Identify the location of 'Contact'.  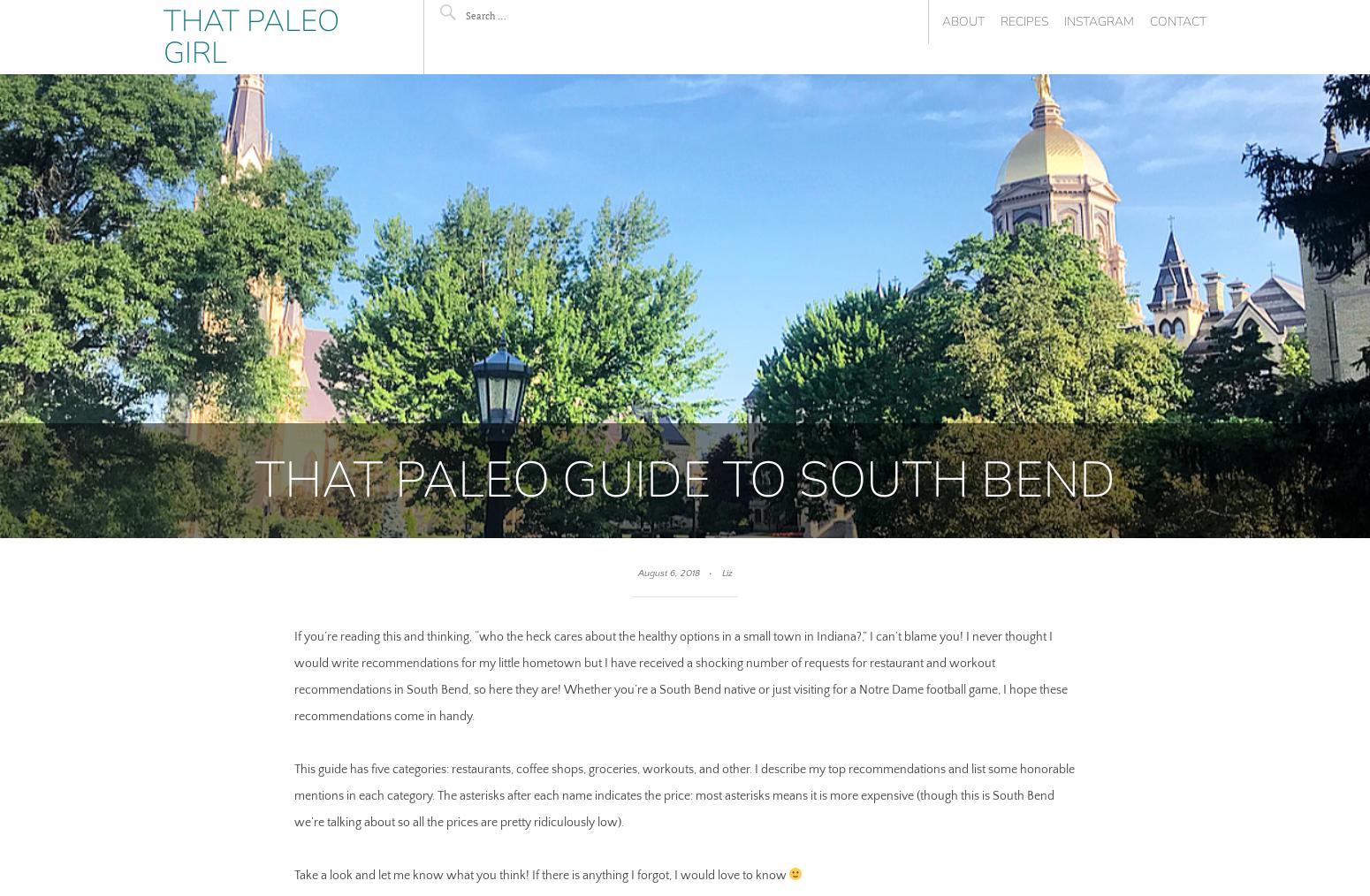
(1178, 20).